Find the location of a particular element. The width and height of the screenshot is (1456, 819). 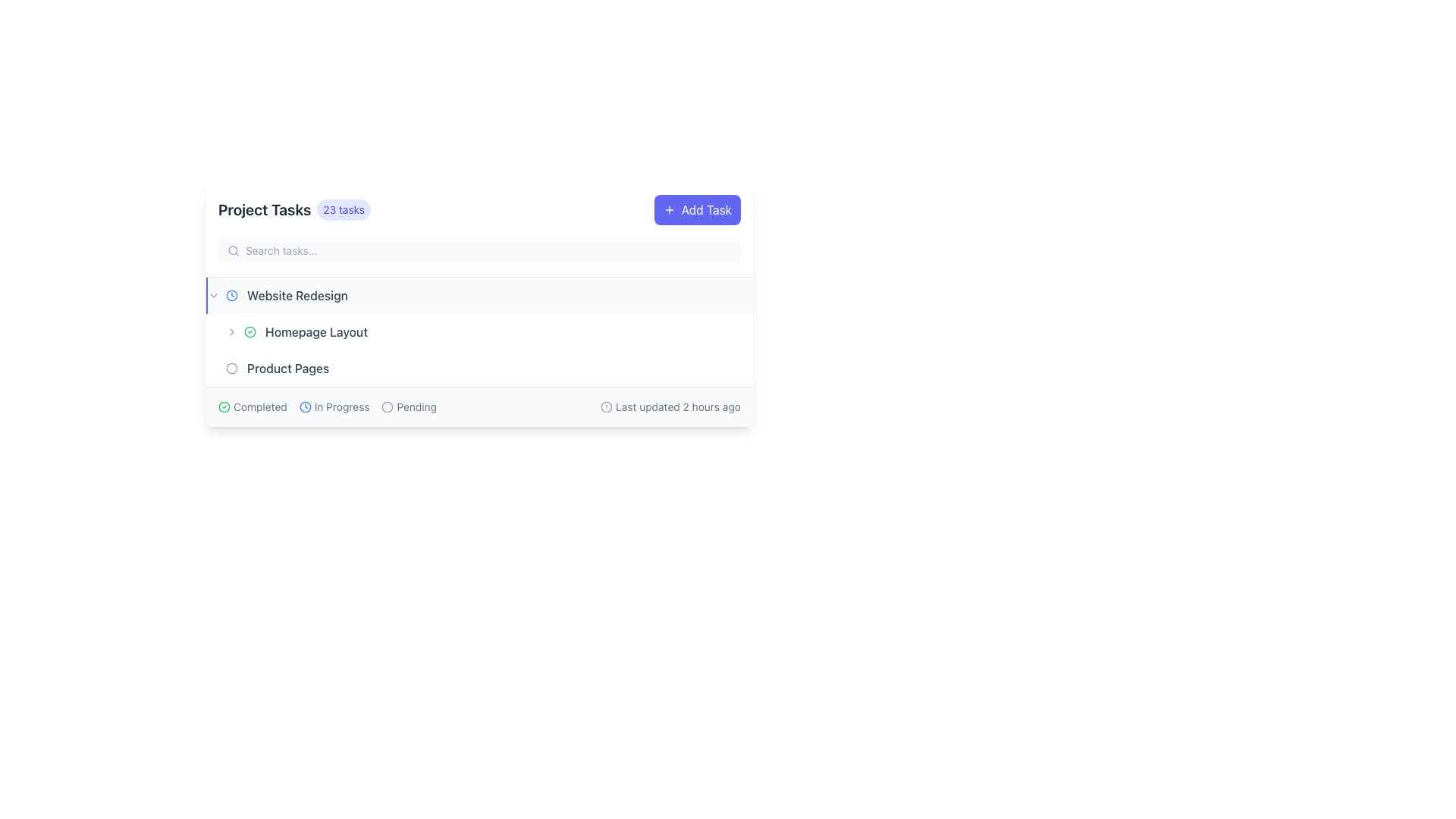

the central circular part of the alert icon located to the right of the 'Pending' label in the interface is located at coordinates (607, 406).